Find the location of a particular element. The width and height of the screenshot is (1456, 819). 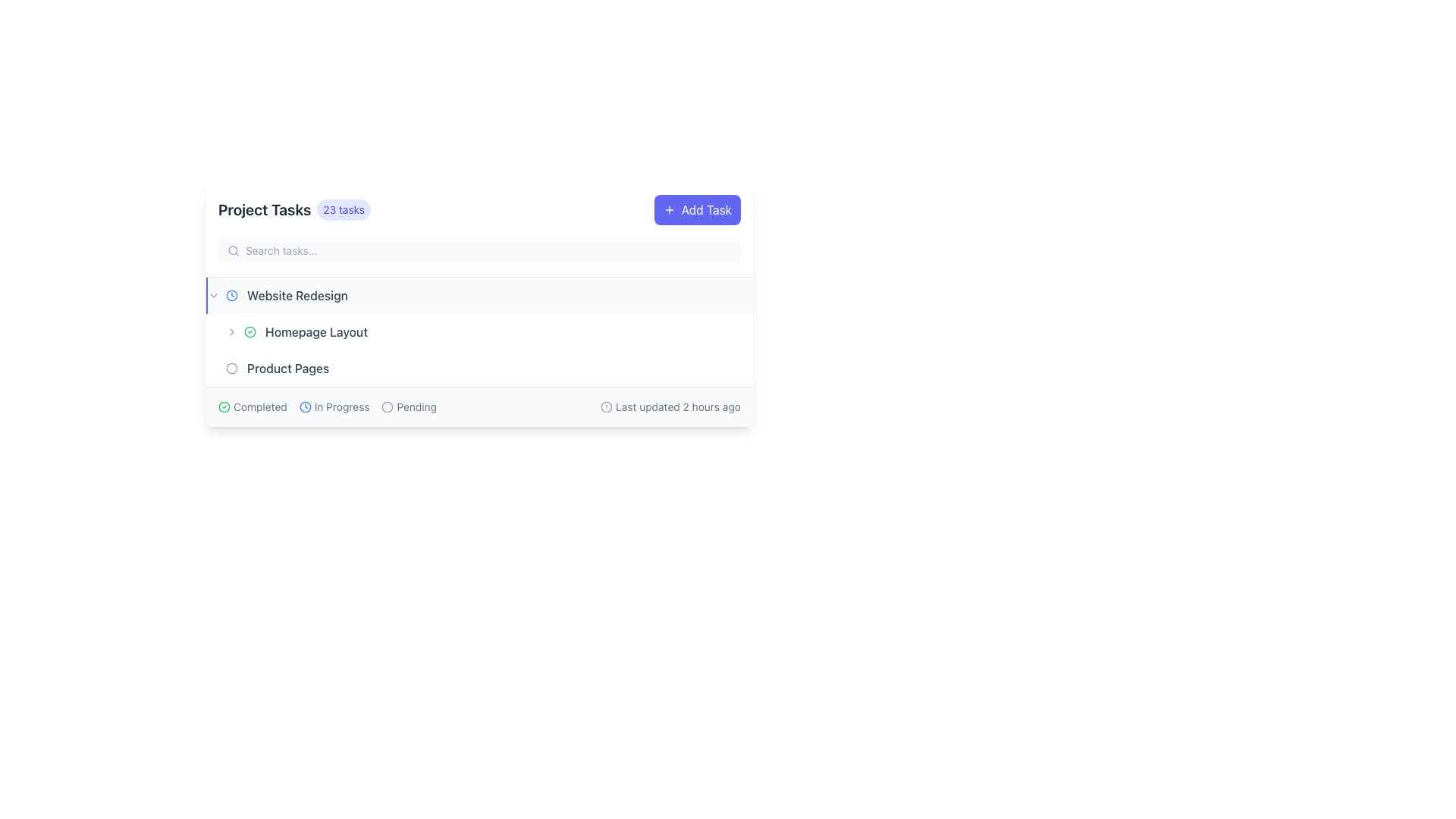

the central circular part of the alert icon located to the right of the 'Pending' label in the interface is located at coordinates (607, 406).